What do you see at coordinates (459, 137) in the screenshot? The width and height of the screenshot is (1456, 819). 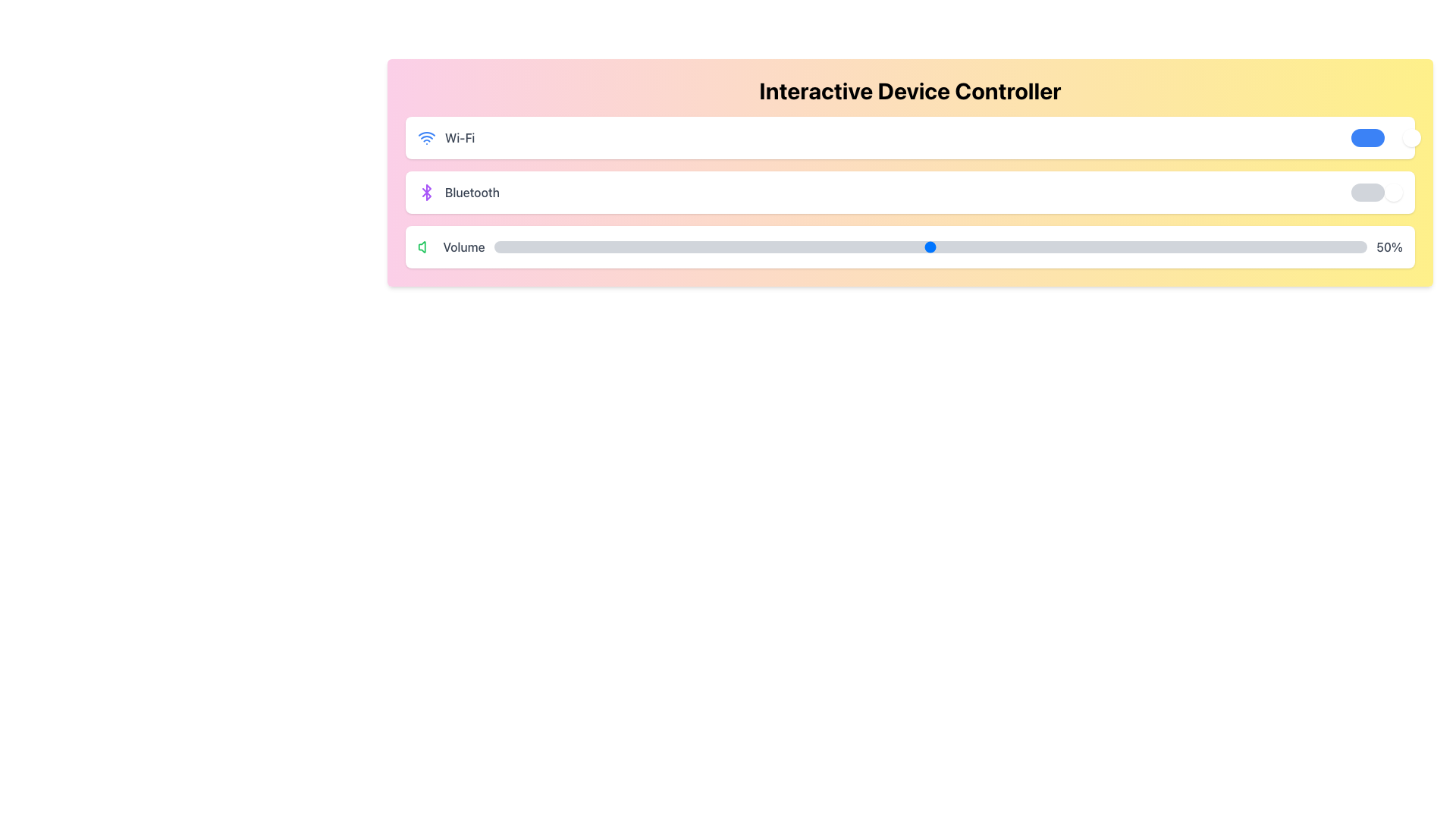 I see `the text label displaying 'Wi-Fi' in gray styling, which is positioned to the right of the 'Wi-Fi' icon` at bounding box center [459, 137].